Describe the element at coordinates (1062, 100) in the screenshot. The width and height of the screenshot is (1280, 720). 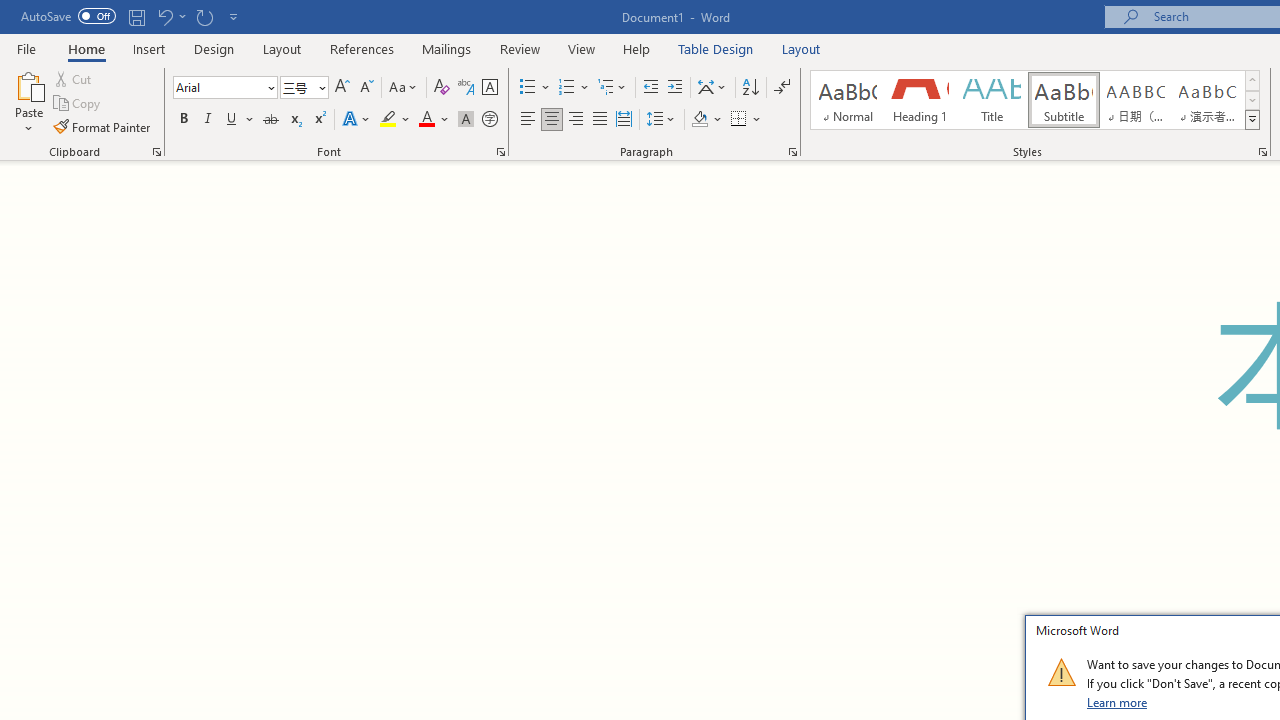
I see `'Subtitle'` at that location.